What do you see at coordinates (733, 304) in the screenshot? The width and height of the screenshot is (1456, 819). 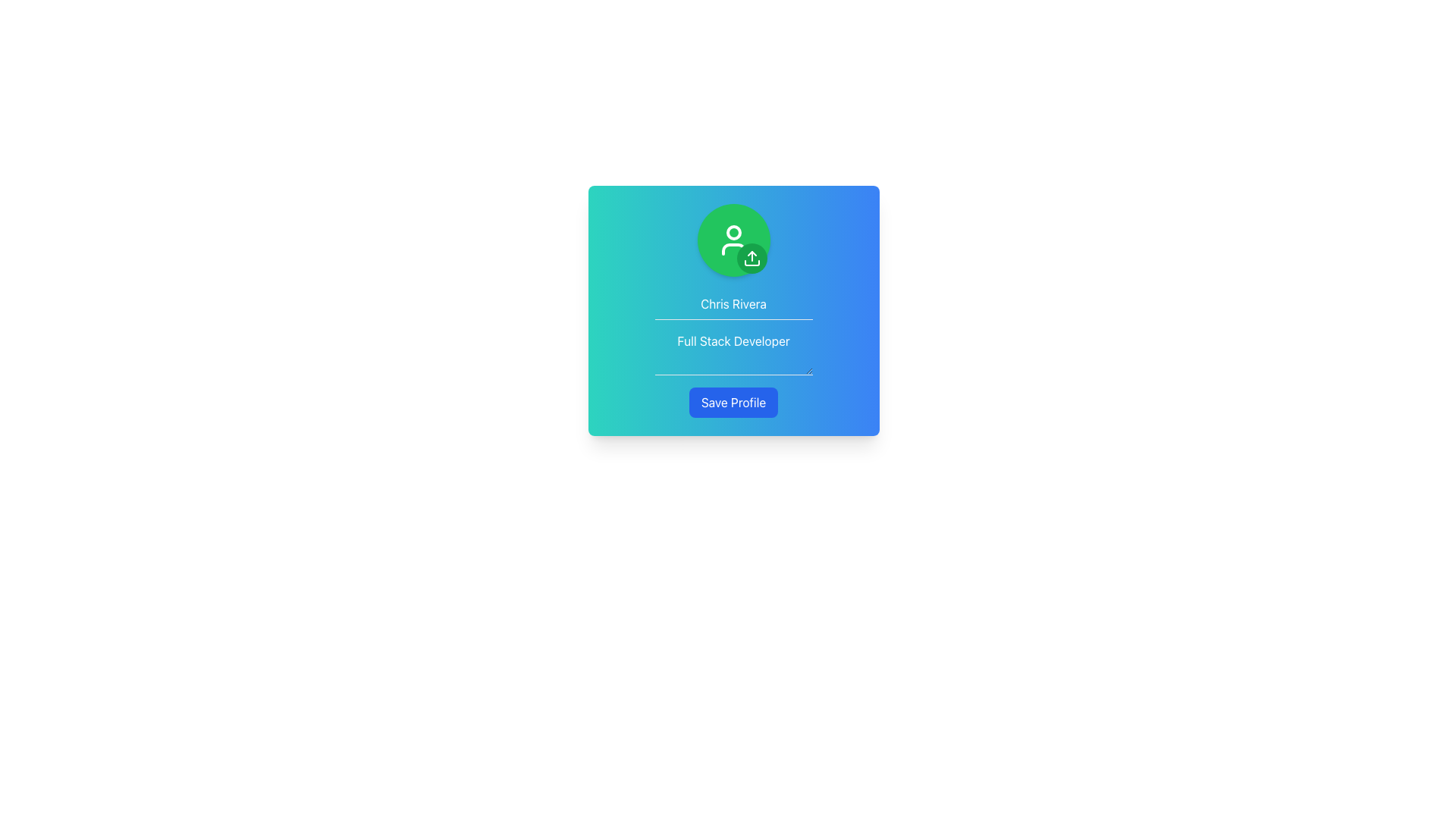 I see `the text input field used for displaying or editing the user's name, currently preset to 'Chris Rivera', to focus on it` at bounding box center [733, 304].